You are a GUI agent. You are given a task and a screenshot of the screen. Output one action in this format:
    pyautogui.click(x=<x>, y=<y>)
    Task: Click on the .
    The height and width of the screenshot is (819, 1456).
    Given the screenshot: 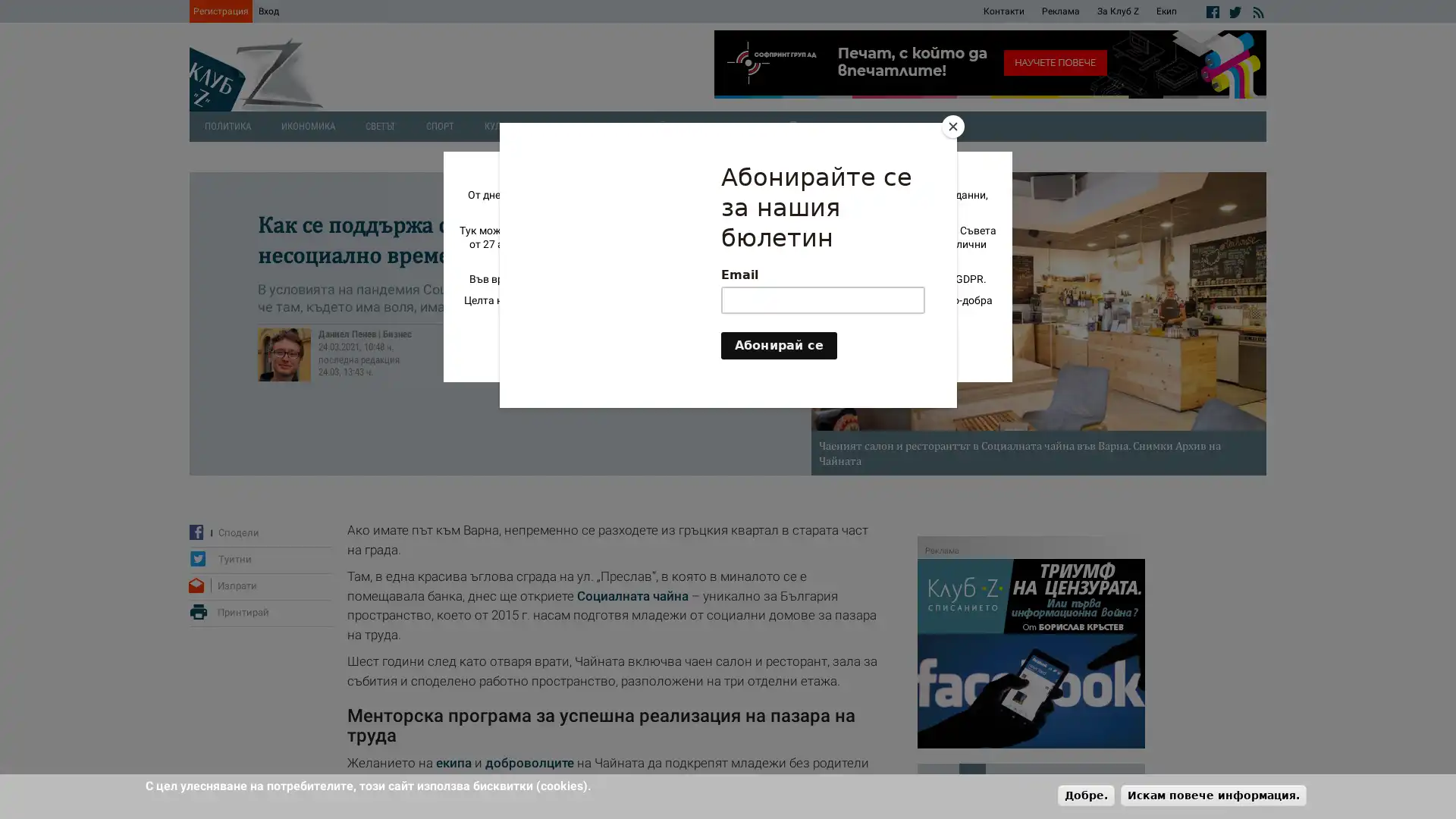 What is the action you would take?
    pyautogui.click(x=1213, y=794)
    